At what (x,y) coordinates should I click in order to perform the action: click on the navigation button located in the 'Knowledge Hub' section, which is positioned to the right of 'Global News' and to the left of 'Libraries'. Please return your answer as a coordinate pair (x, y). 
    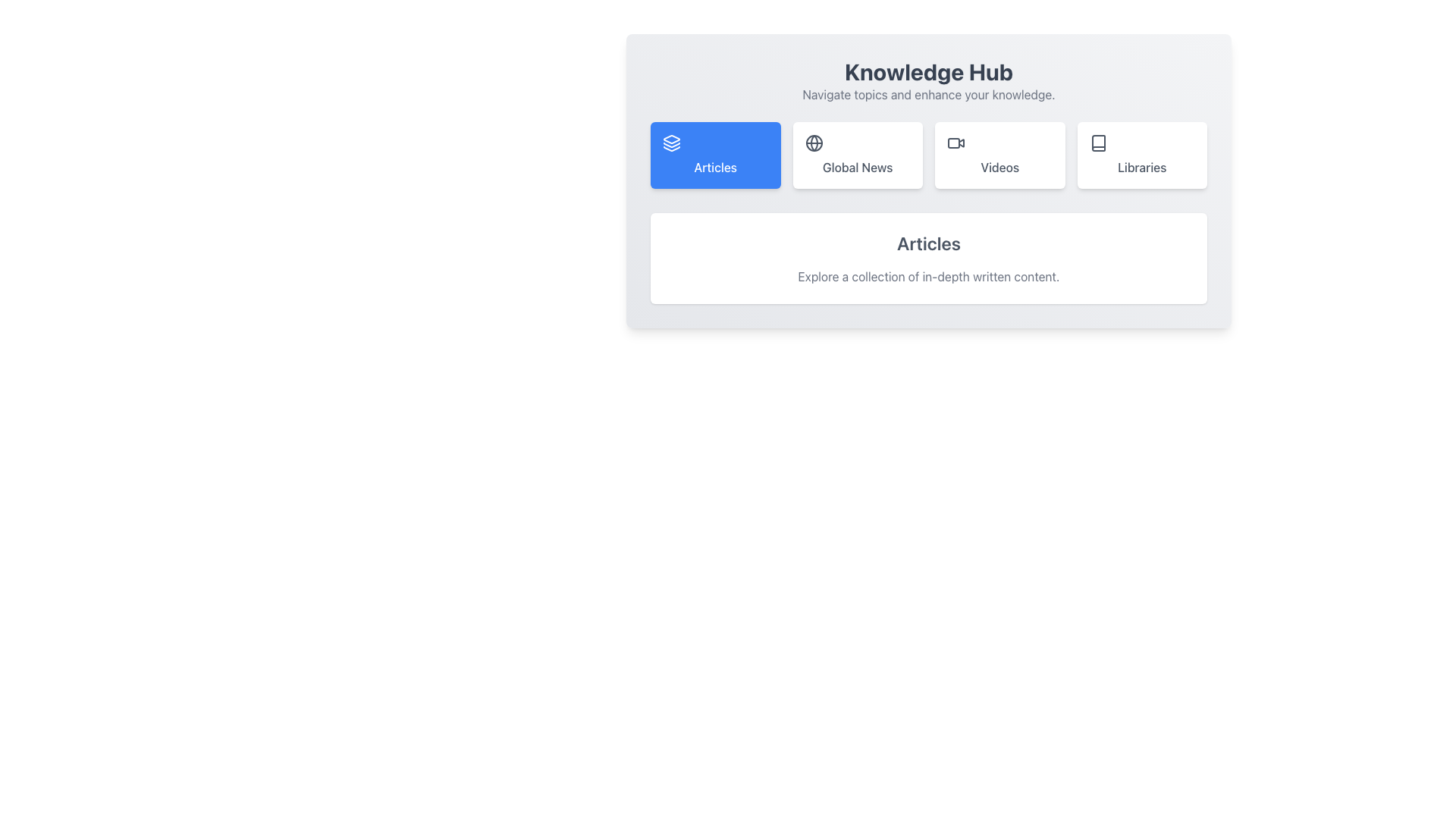
    Looking at the image, I should click on (927, 155).